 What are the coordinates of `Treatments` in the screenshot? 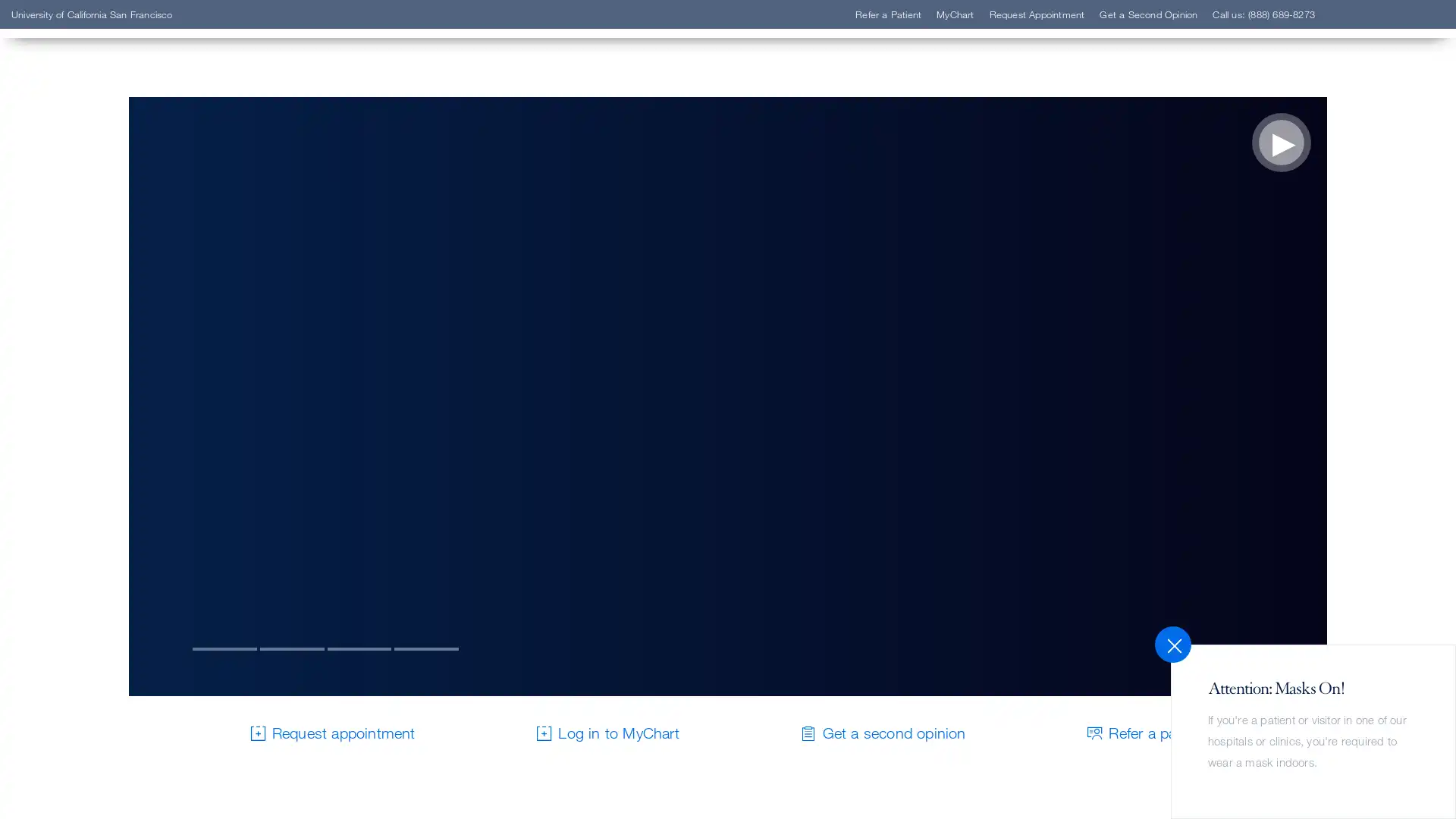 It's located at (96, 314).